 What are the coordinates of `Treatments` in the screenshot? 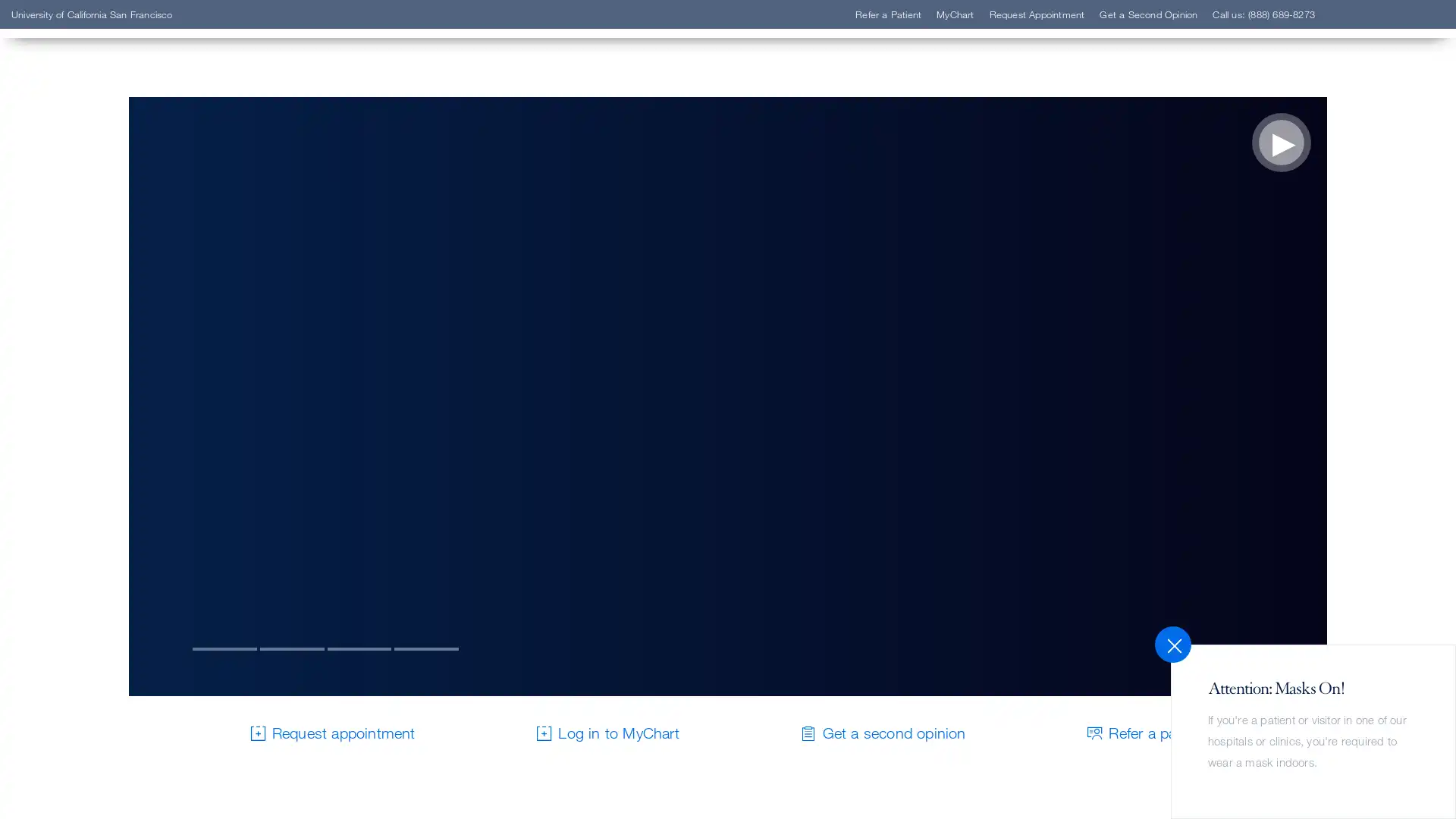 It's located at (96, 314).